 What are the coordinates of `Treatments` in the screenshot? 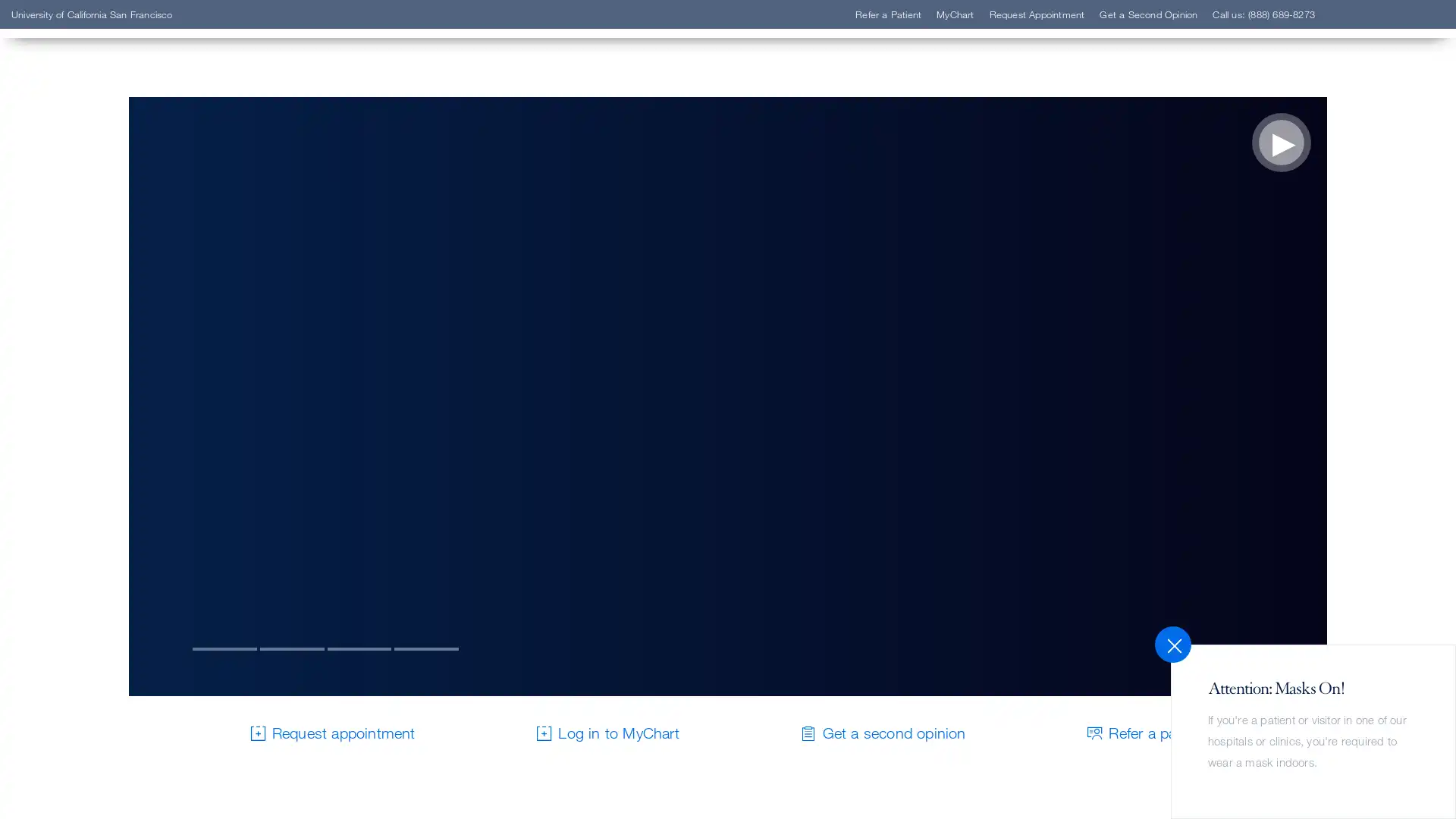 It's located at (96, 314).